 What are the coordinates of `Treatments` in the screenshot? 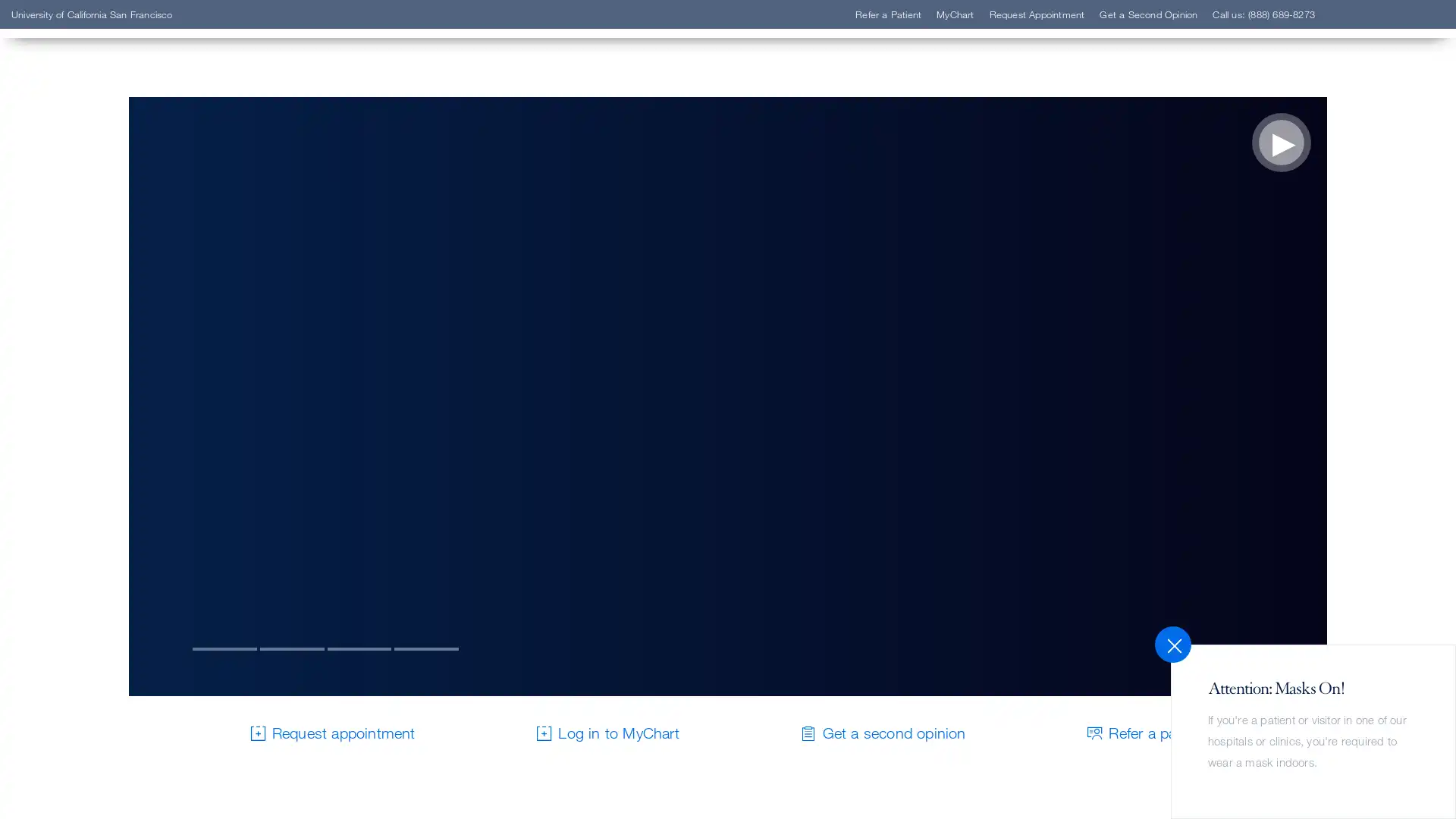 It's located at (96, 314).